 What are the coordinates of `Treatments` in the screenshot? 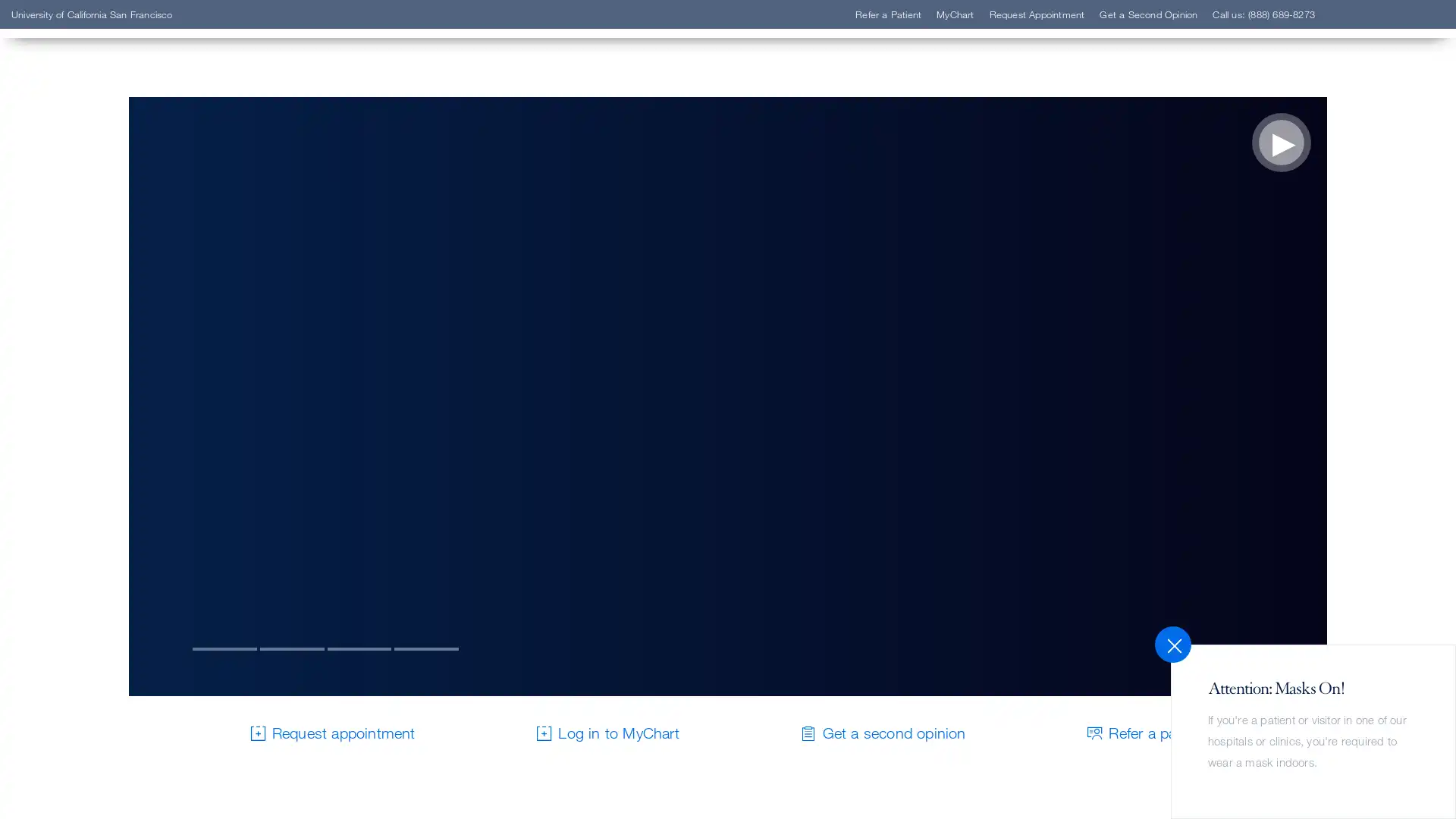 It's located at (96, 314).